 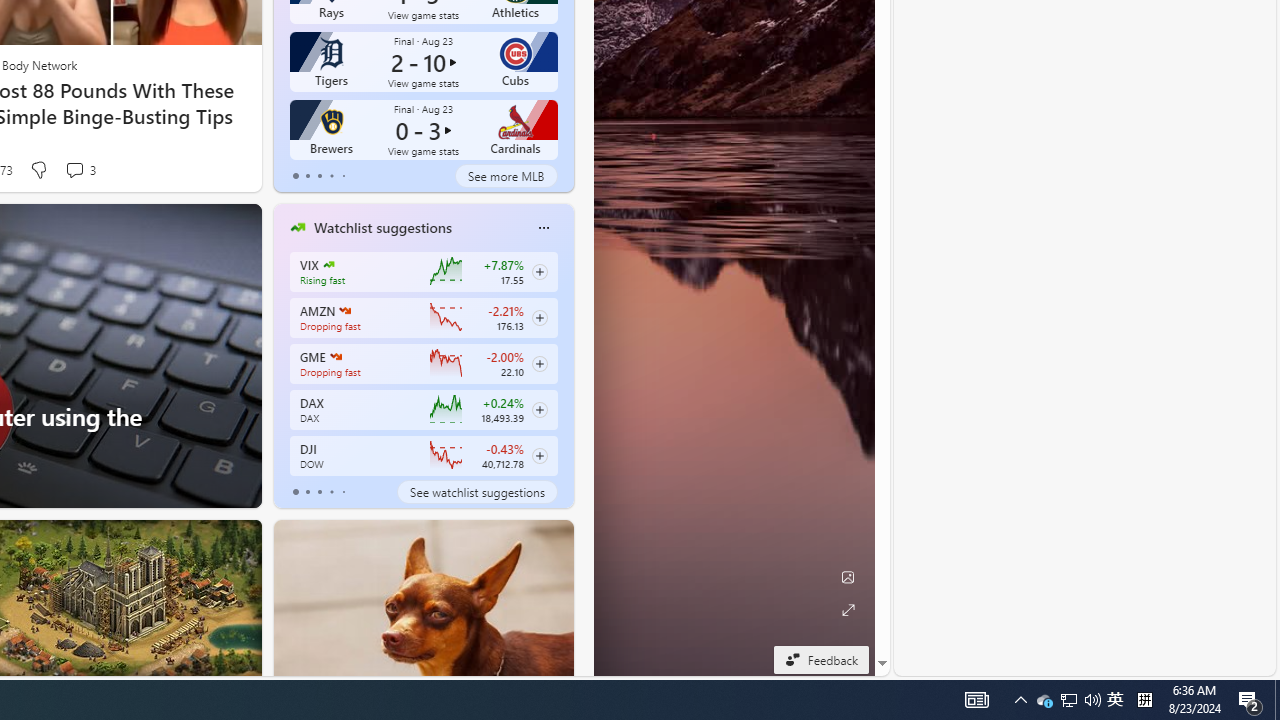 What do you see at coordinates (475, 492) in the screenshot?
I see `'See watchlist suggestions'` at bounding box center [475, 492].